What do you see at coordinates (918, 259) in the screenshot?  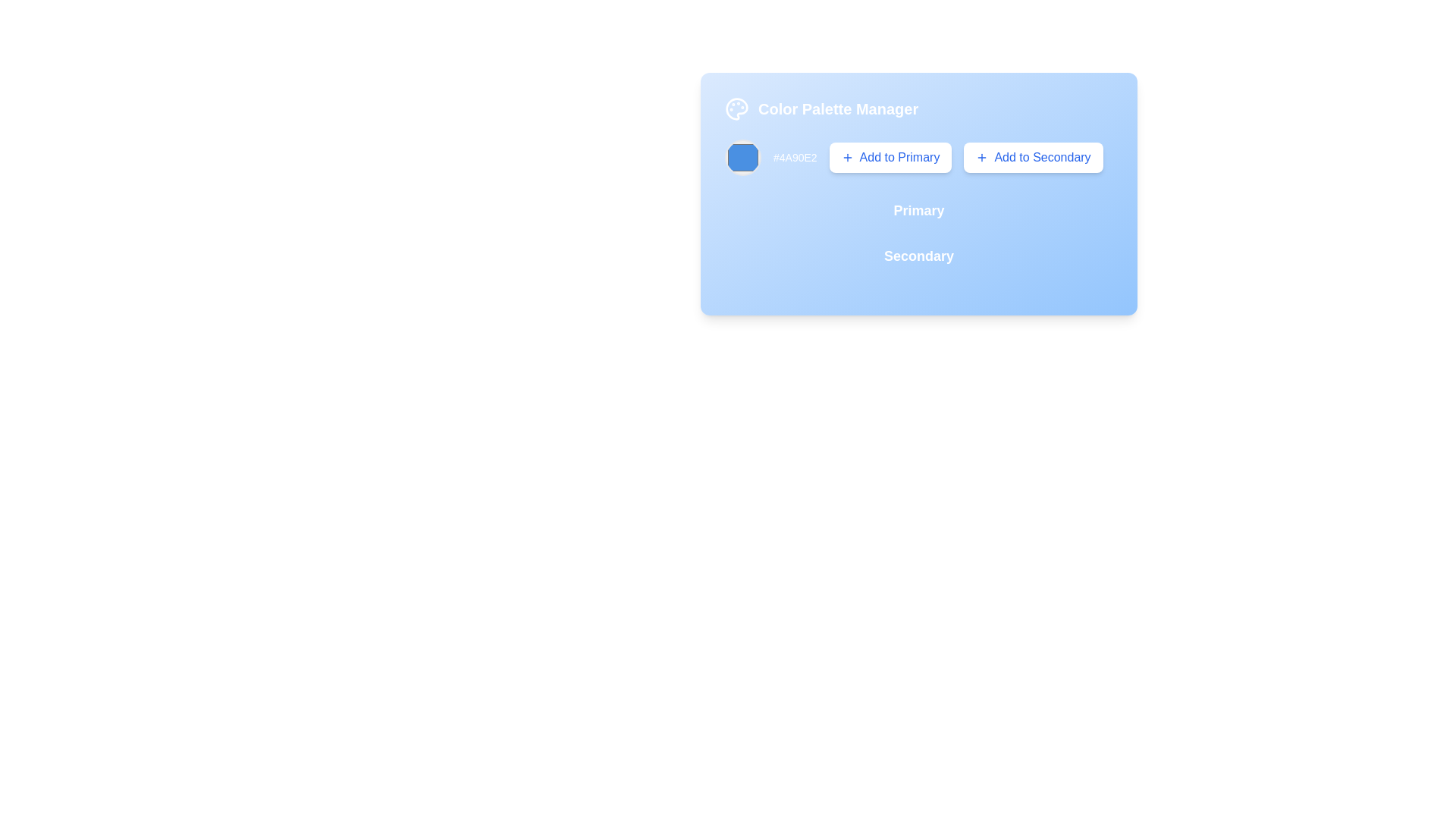 I see `the non-interactive text label indicating a section related to secondary color management within the 'Color Palette Manager' panel, located below 'Primary'` at bounding box center [918, 259].